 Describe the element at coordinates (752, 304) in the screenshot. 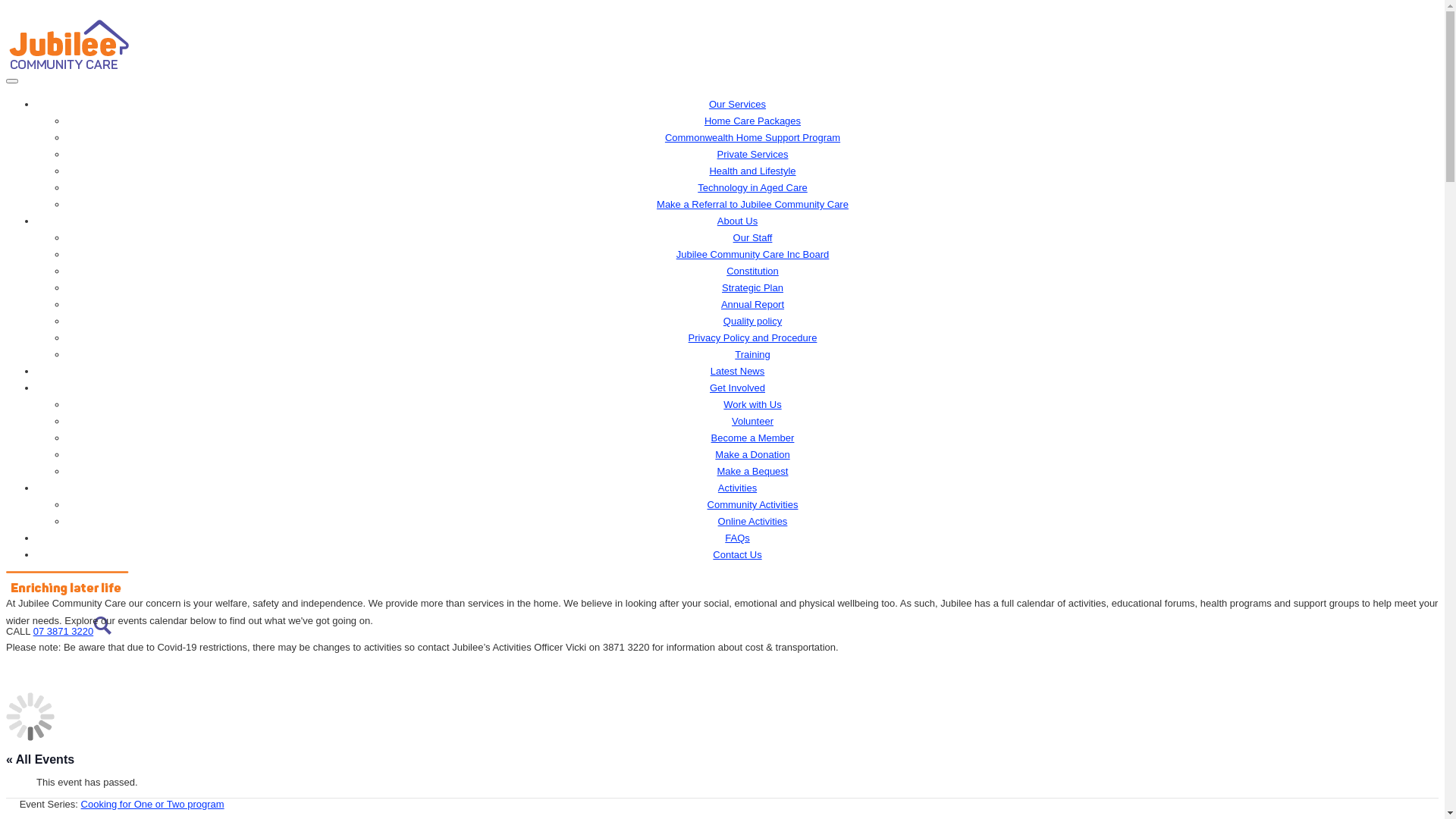

I see `'Annual Report'` at that location.